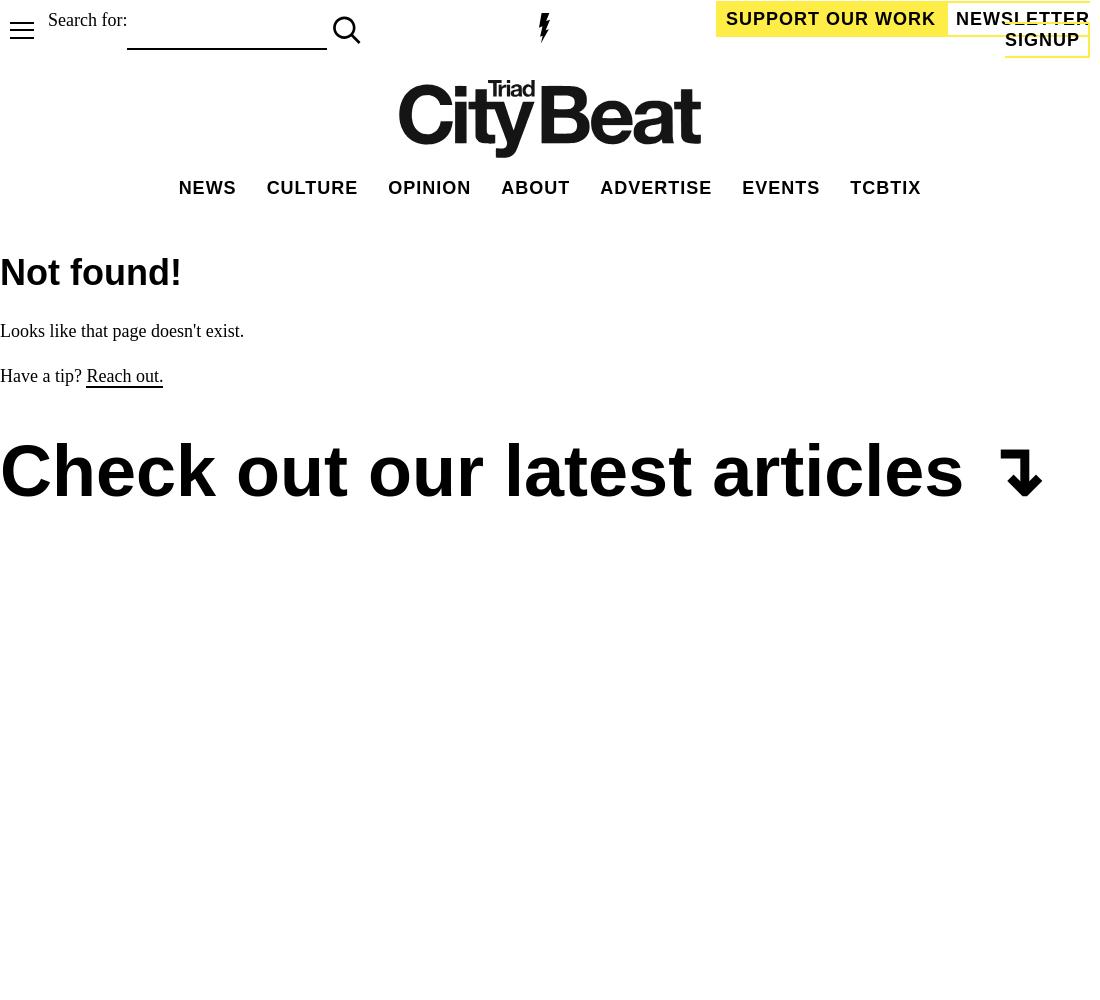 This screenshot has width=1100, height=1000. Describe the element at coordinates (789, 816) in the screenshot. I see `'CityBeat'` at that location.